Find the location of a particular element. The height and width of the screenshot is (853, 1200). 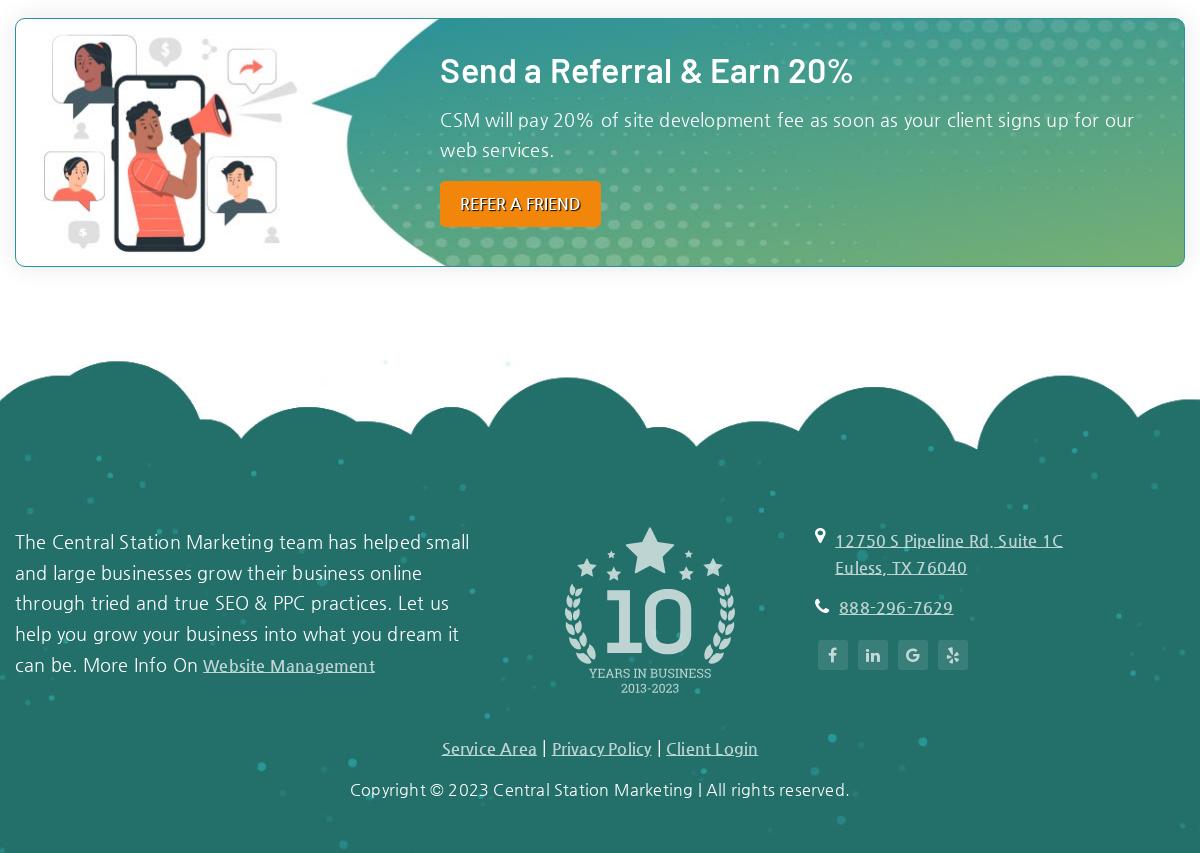

'The Central Station Marketing team has helped small and large
            businesses grow their business online through tried and true SEO &
            PPC practices. Let us help you grow your business into what you
            dream it can be. More Info On' is located at coordinates (15, 601).